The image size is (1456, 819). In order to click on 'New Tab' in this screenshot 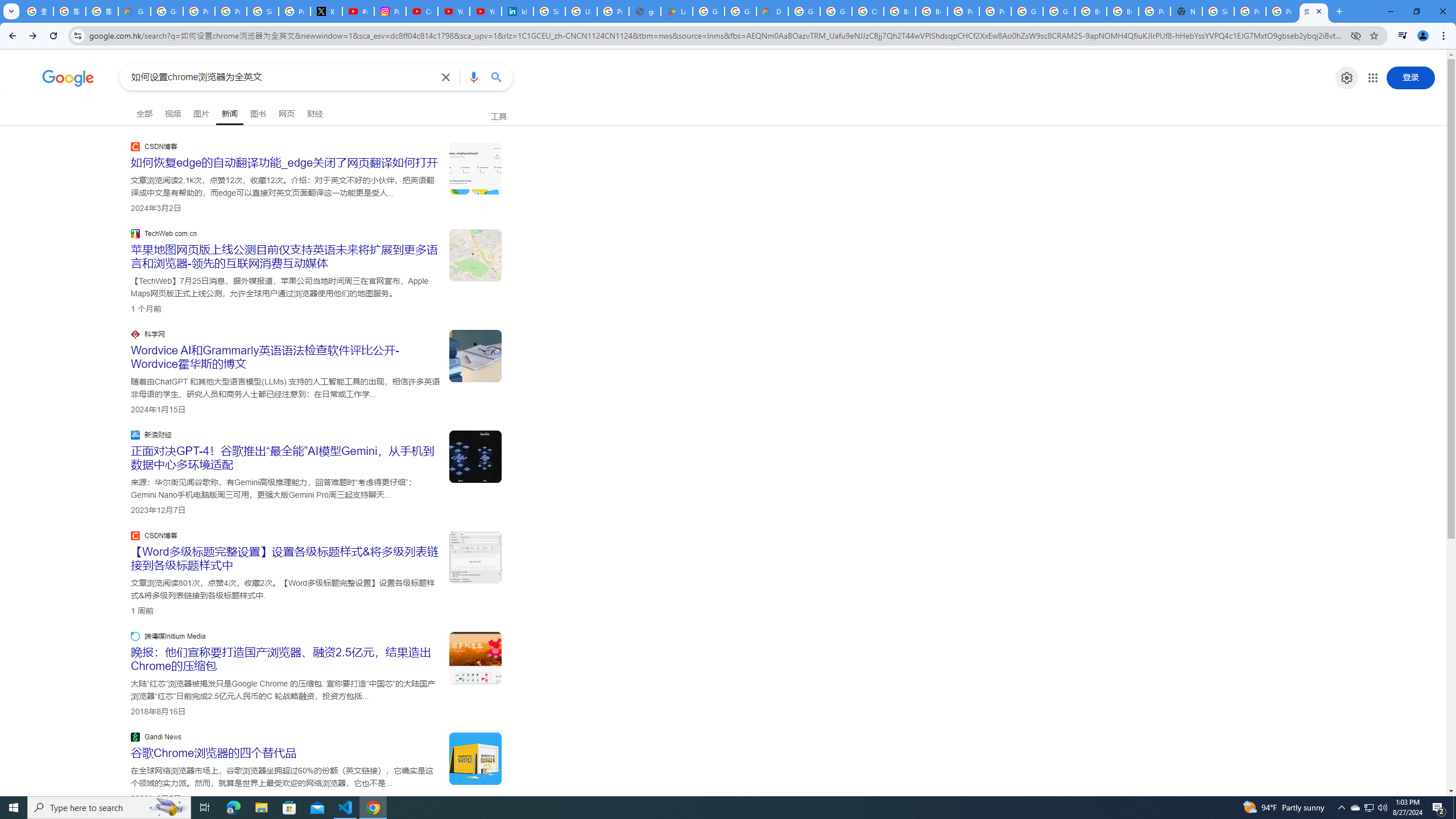, I will do `click(1185, 11)`.